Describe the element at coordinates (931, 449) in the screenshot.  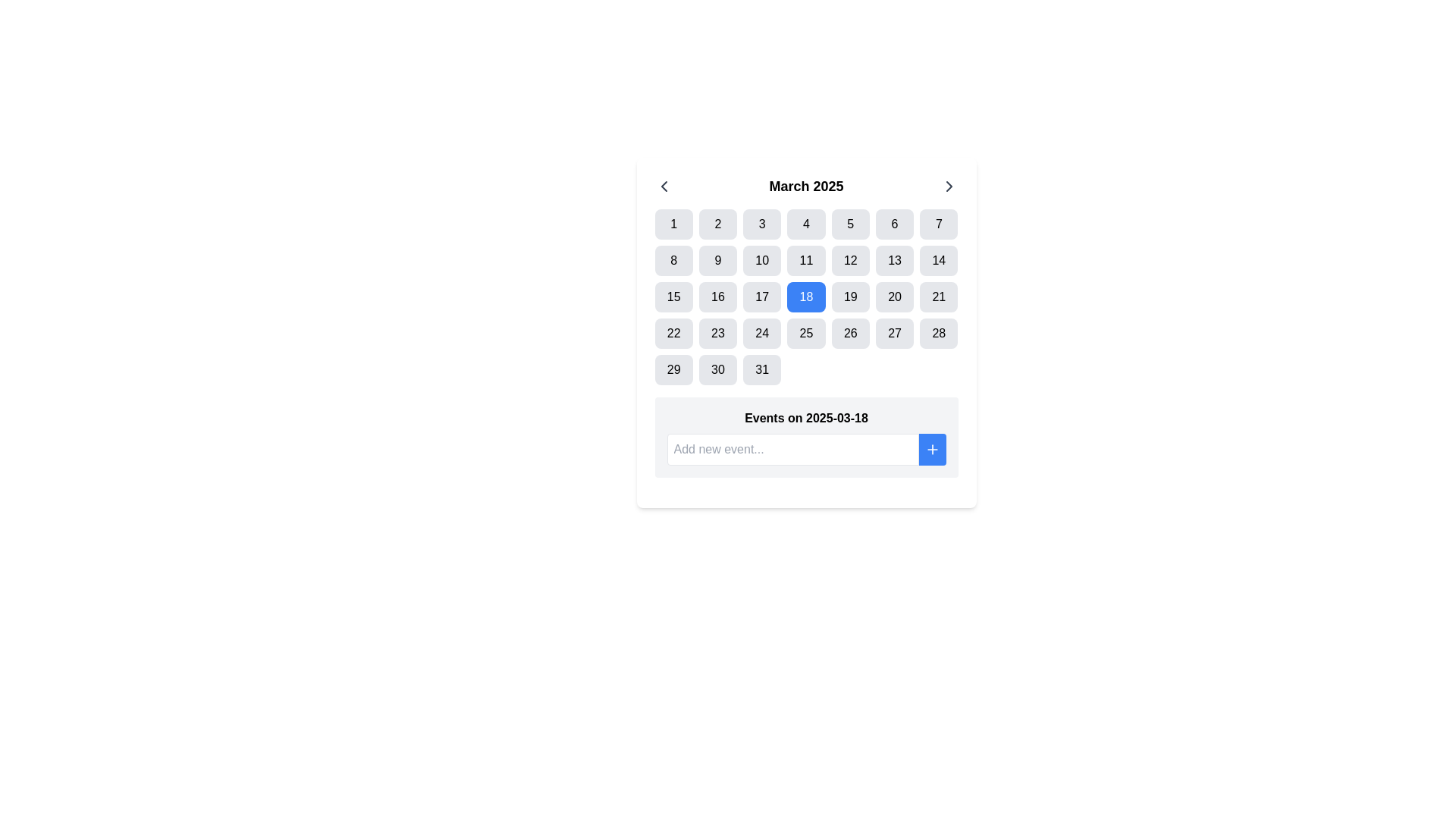
I see `the distinct button at the bottom right of the event input field` at that location.